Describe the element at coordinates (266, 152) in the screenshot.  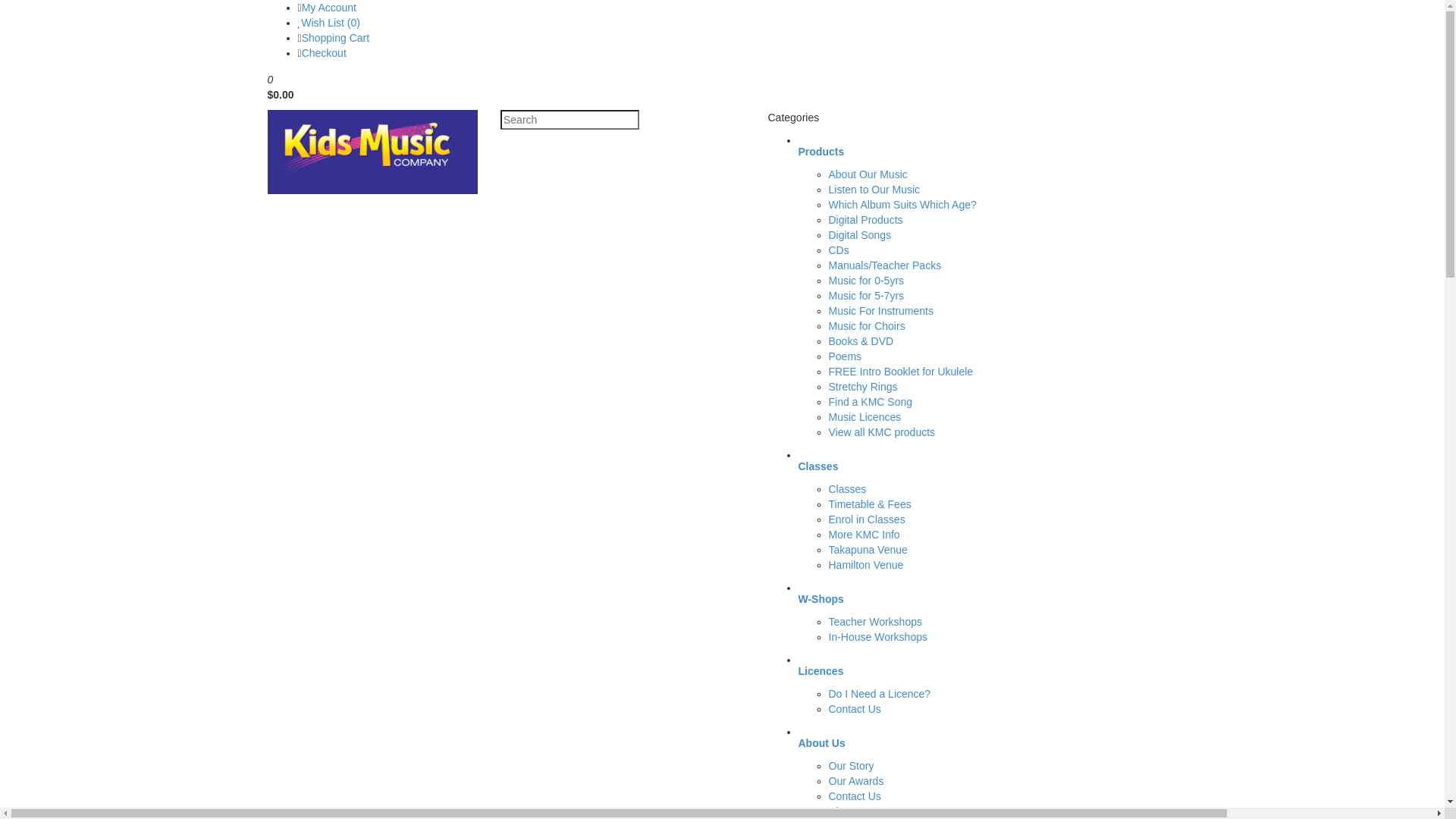
I see `'Kids Music Company - Online Shop'` at that location.